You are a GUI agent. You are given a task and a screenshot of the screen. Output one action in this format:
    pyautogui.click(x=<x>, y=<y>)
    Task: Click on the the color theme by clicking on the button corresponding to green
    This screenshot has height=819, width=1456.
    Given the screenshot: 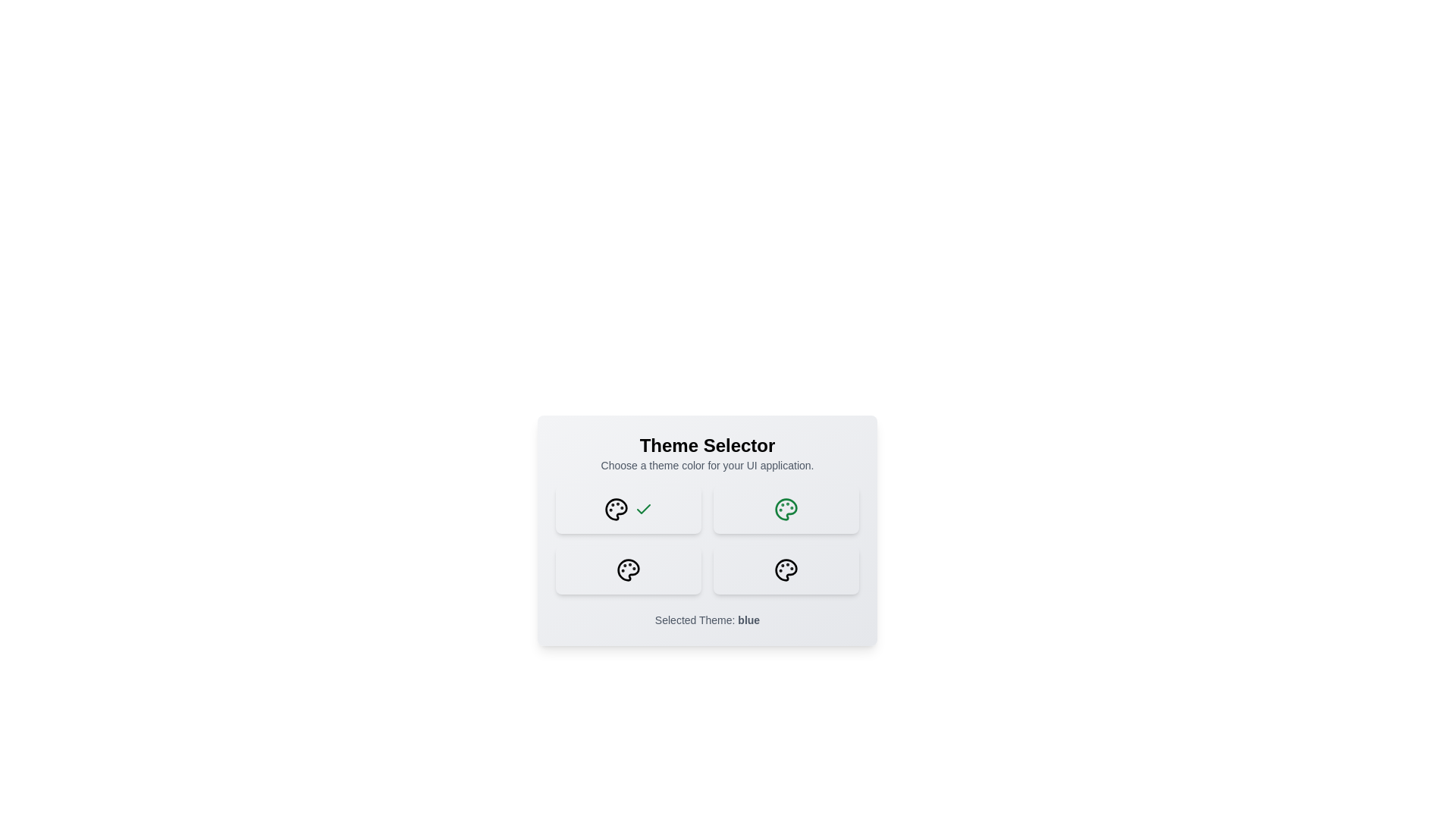 What is the action you would take?
    pyautogui.click(x=786, y=509)
    